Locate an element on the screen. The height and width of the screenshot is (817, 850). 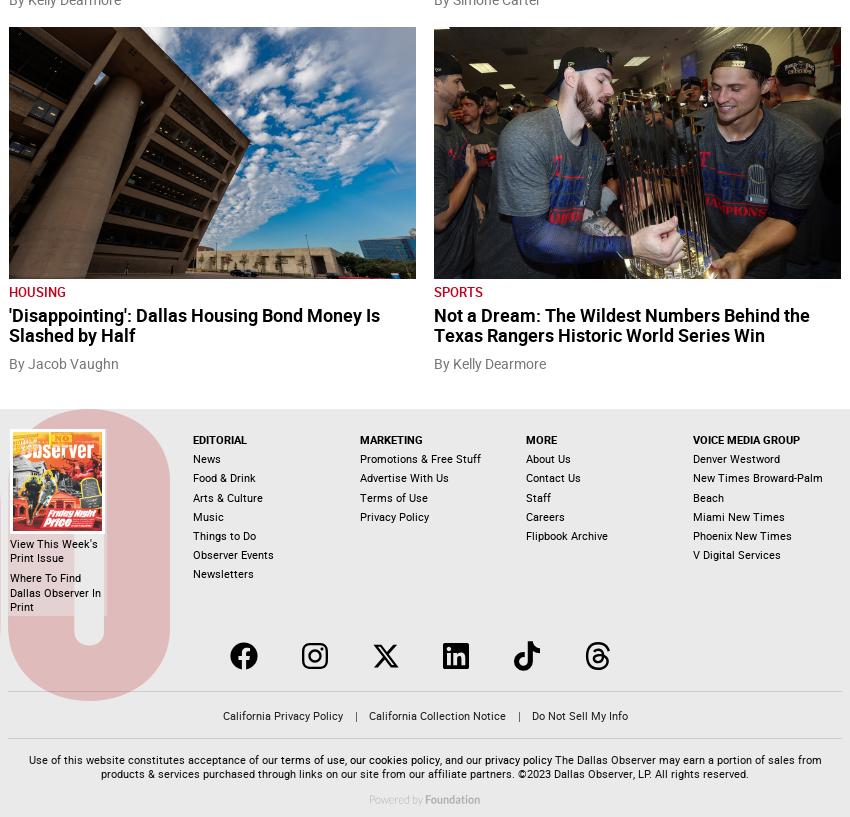
'Newsletters' is located at coordinates (191, 574).